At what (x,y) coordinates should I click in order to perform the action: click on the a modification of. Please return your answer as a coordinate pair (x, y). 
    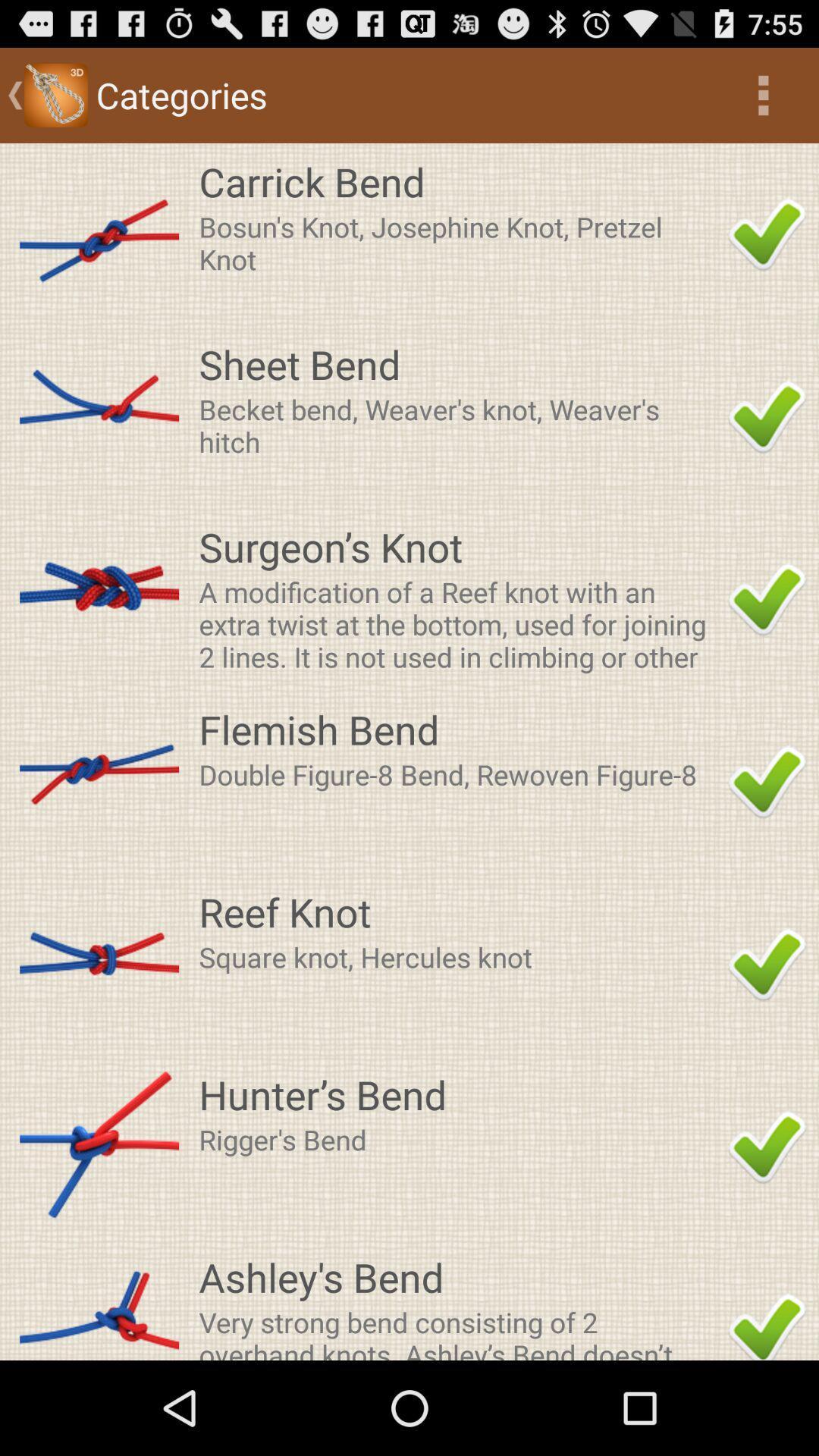
    Looking at the image, I should click on (458, 623).